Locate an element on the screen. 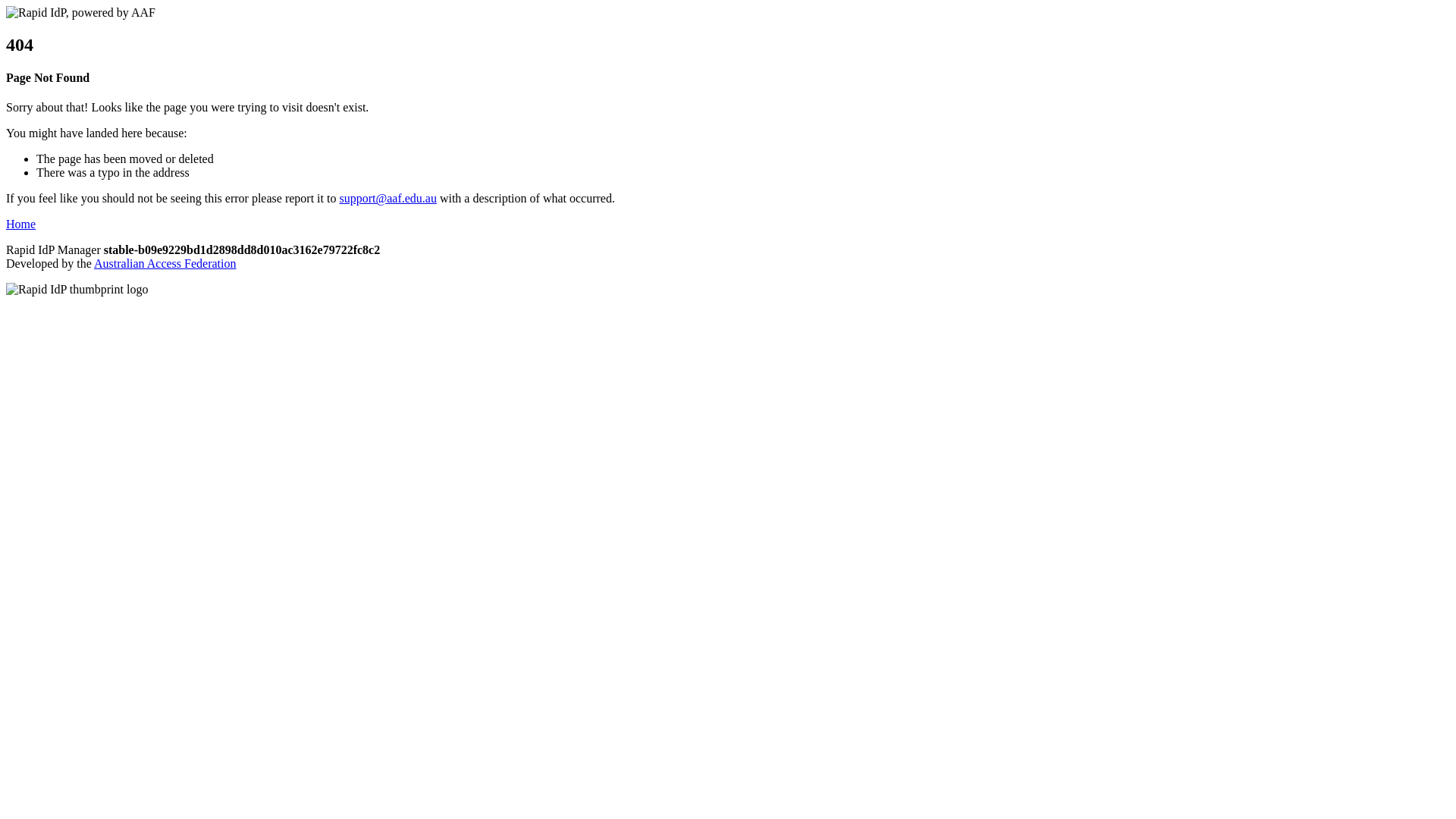 Image resolution: width=1456 pixels, height=819 pixels. 'Australian Access Federation' is located at coordinates (93, 262).